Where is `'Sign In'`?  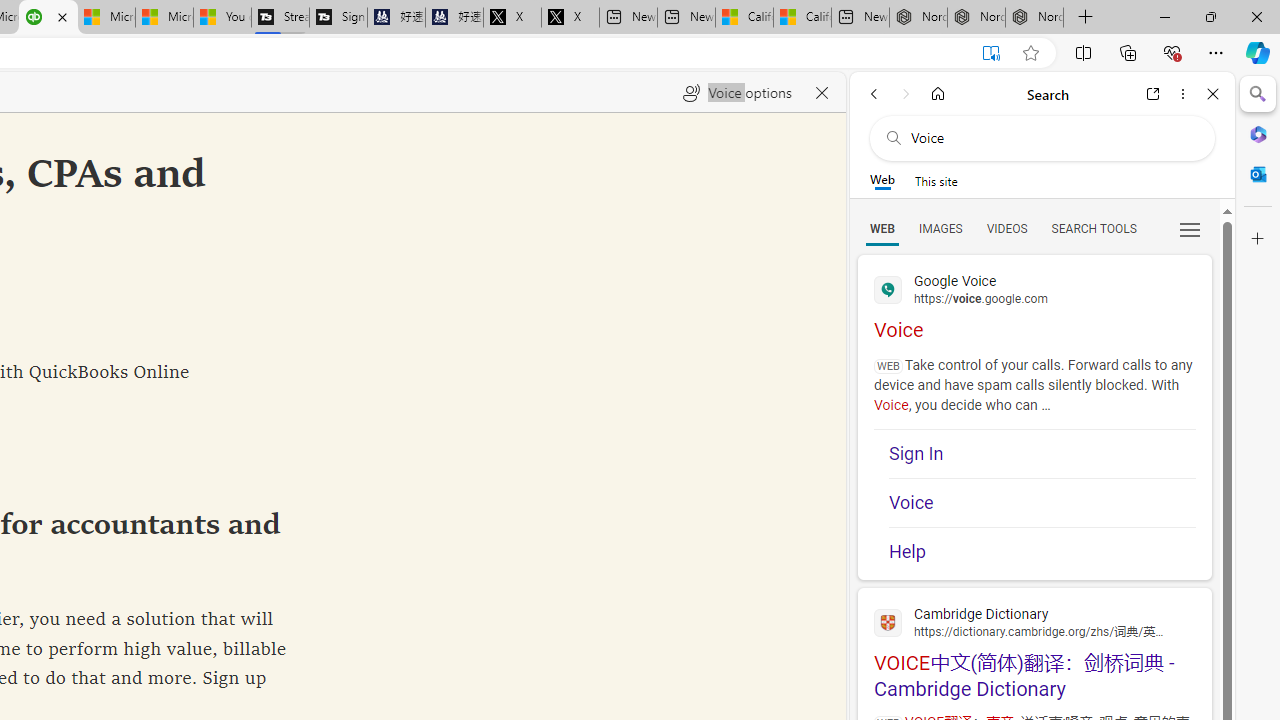 'Sign In' is located at coordinates (1041, 453).